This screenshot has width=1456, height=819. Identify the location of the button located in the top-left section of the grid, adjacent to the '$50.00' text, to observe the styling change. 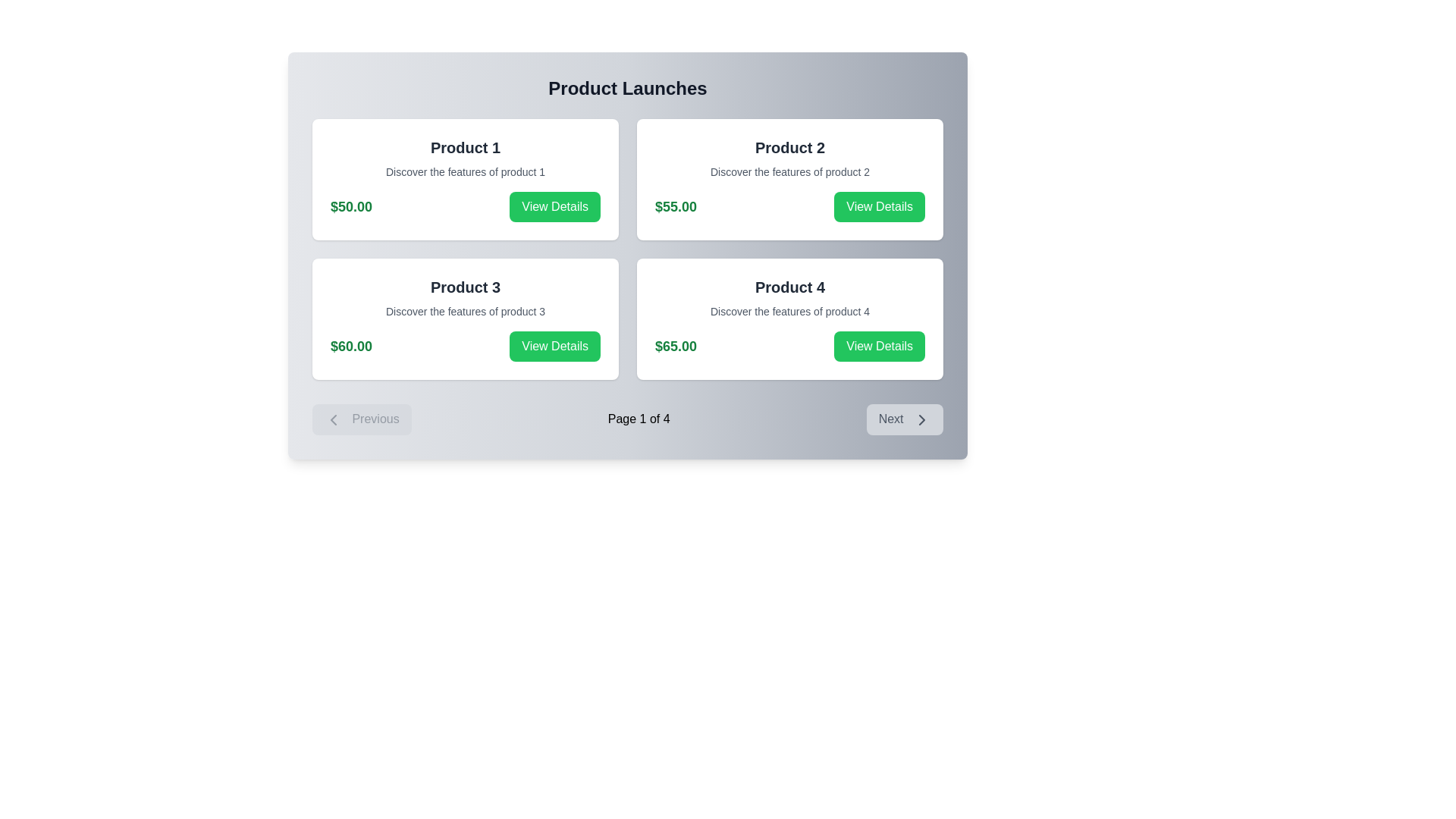
(554, 207).